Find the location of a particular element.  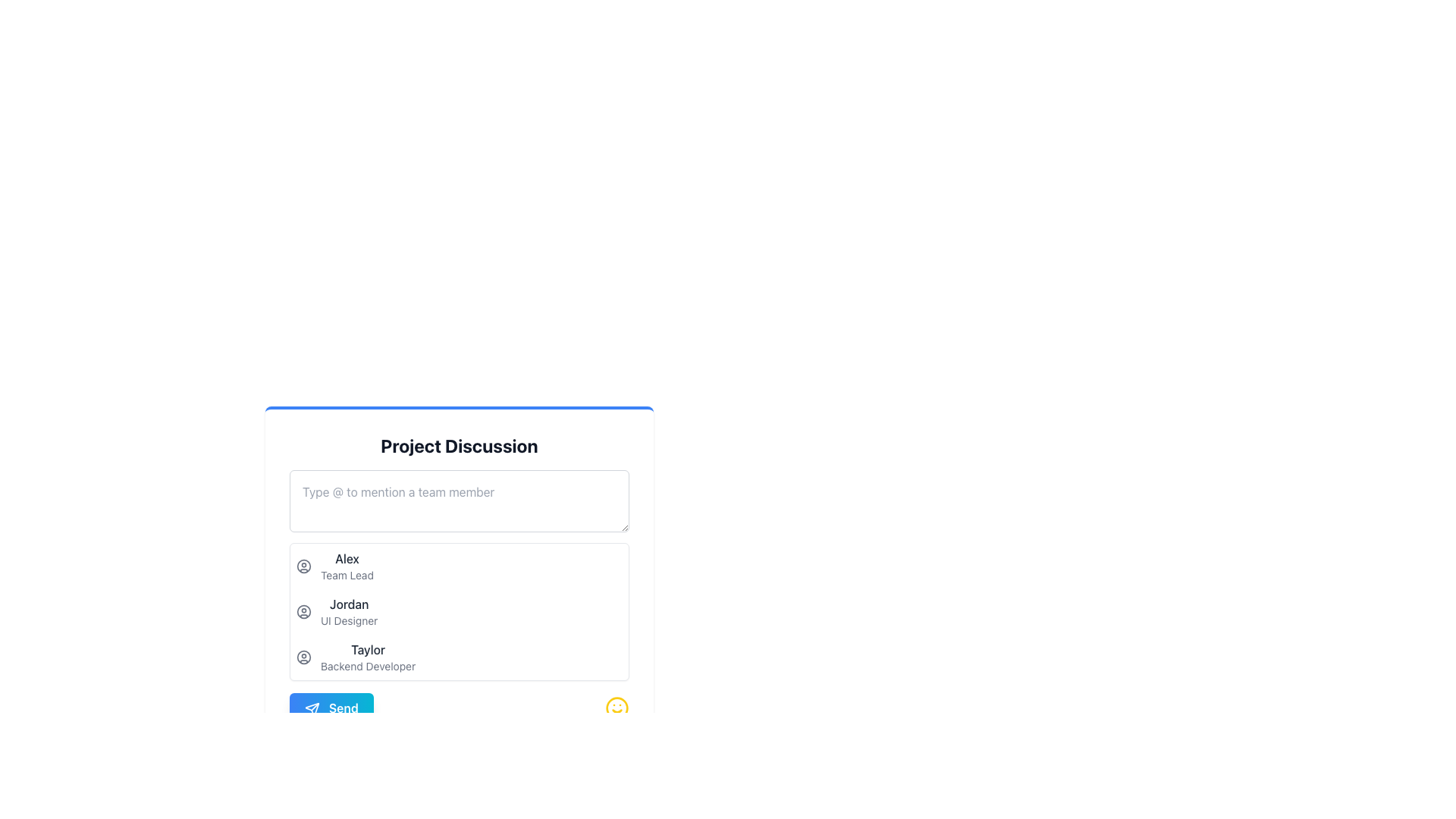

the 'Team Lead' text label, which is styled in a small light gray font and positioned below the bold 'Alex' text label in the user list interface is located at coordinates (346, 576).